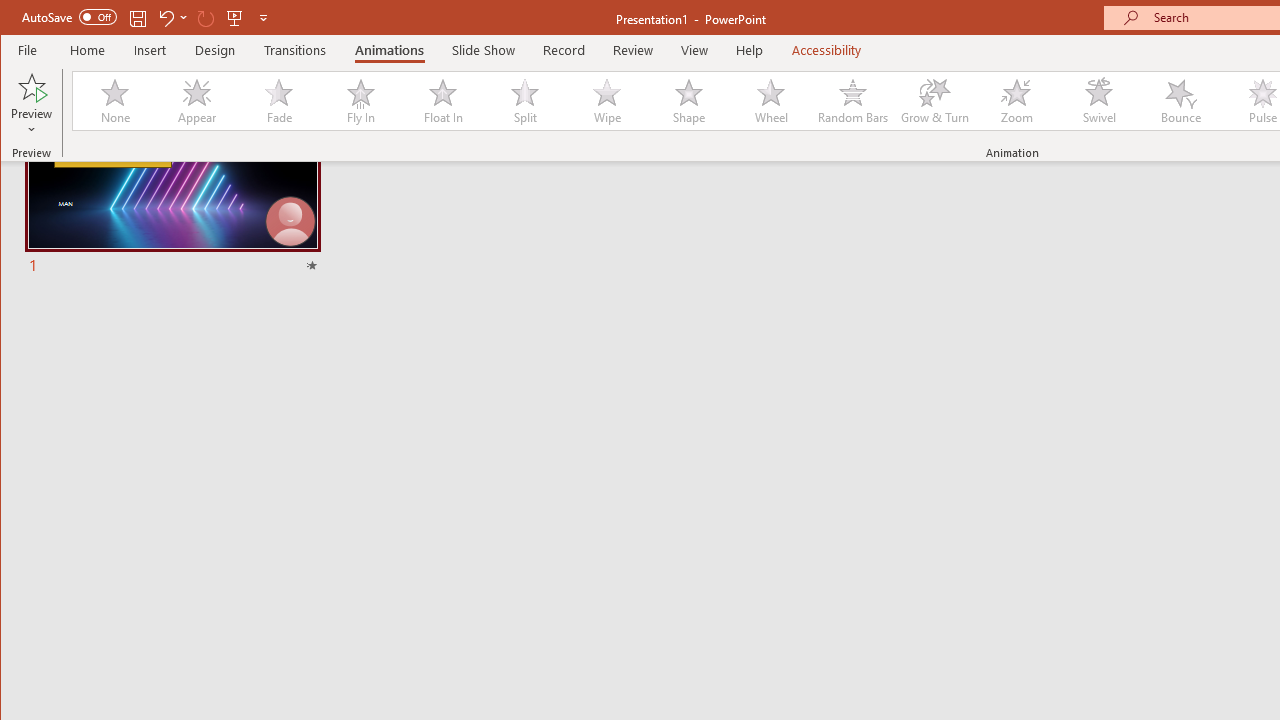  What do you see at coordinates (137, 17) in the screenshot?
I see `'Save'` at bounding box center [137, 17].